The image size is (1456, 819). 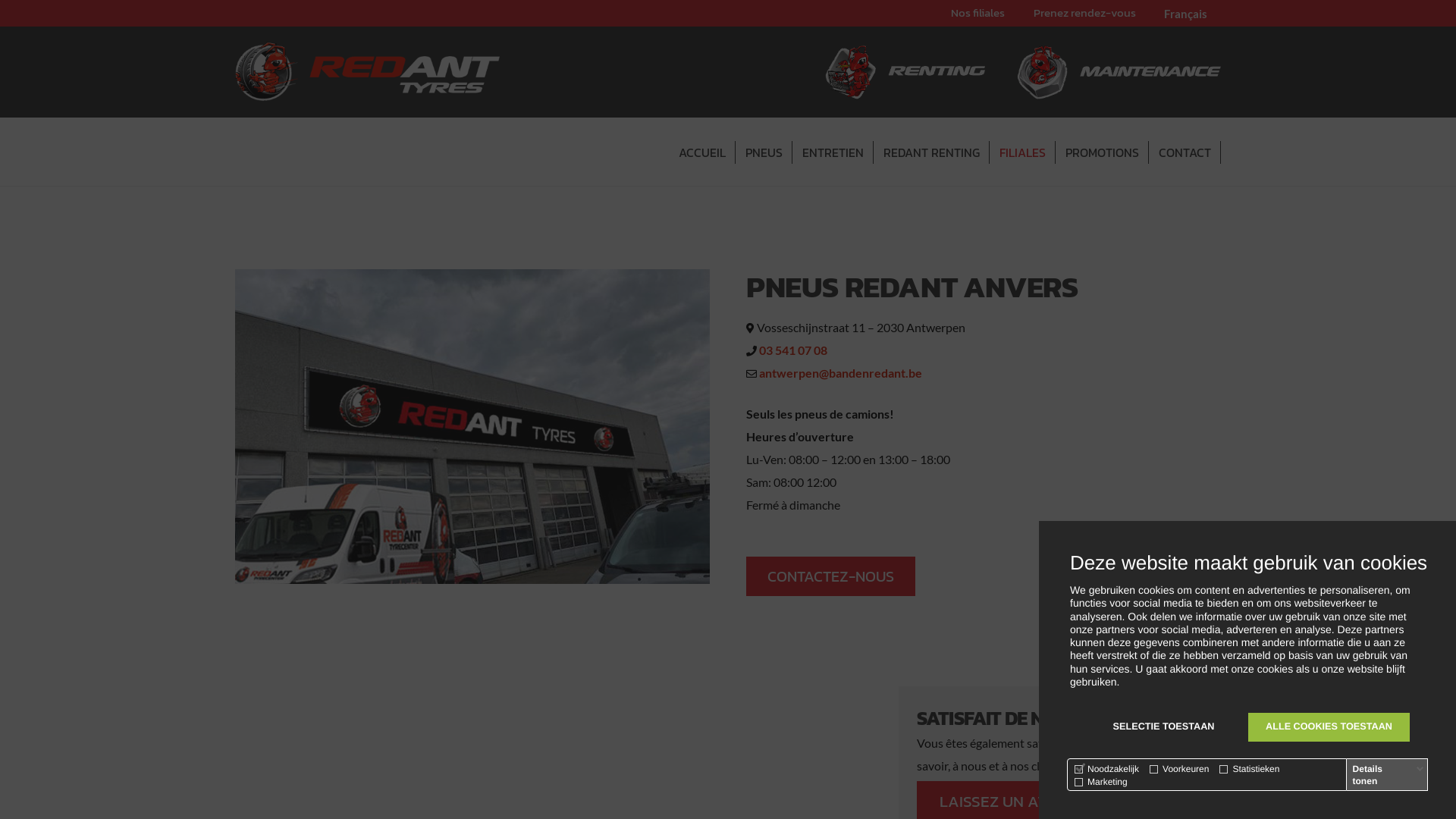 What do you see at coordinates (1183, 152) in the screenshot?
I see `'CONTACT'` at bounding box center [1183, 152].